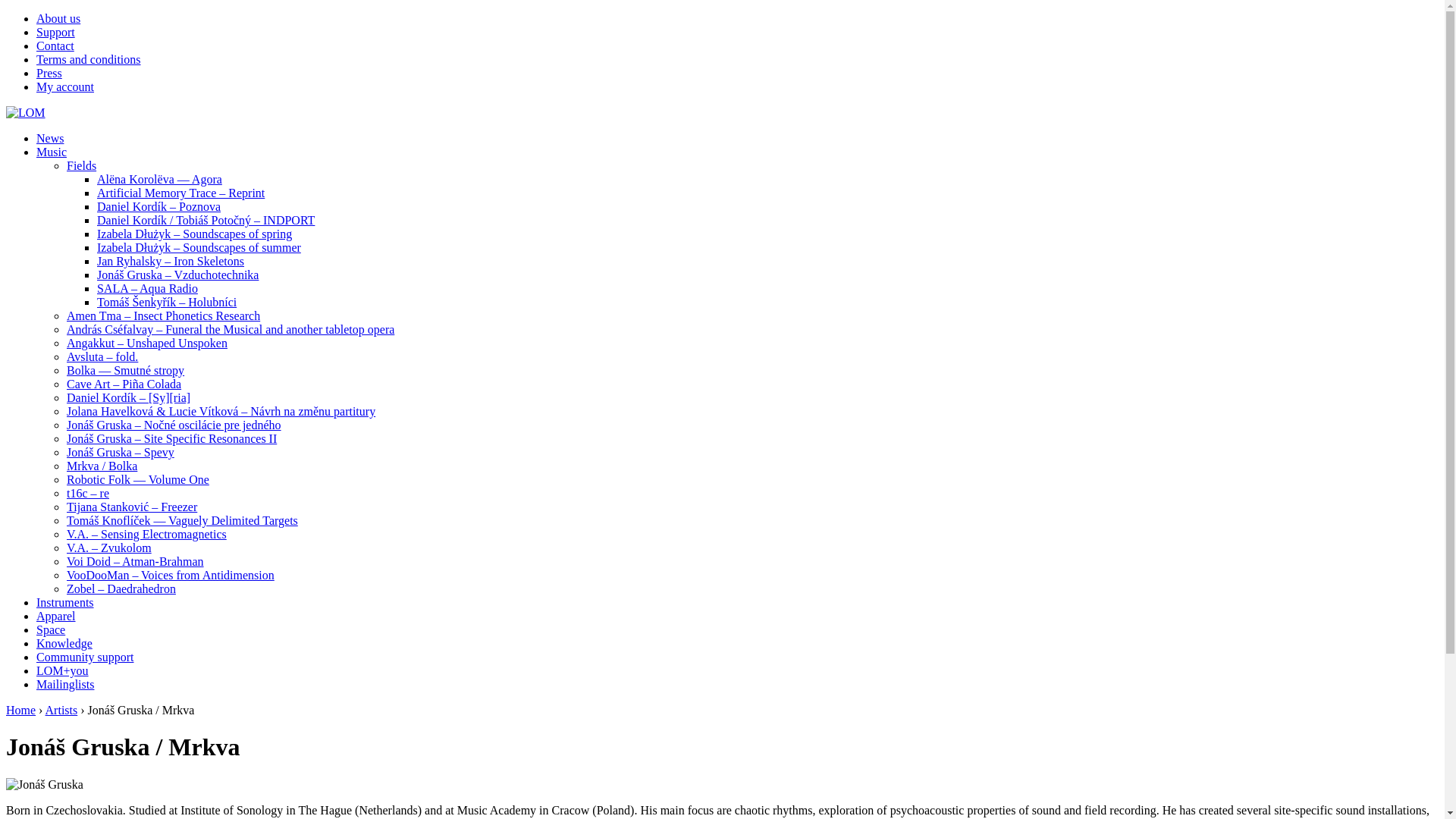 The width and height of the screenshot is (1456, 819). Describe the element at coordinates (36, 629) in the screenshot. I see `'Space'` at that location.